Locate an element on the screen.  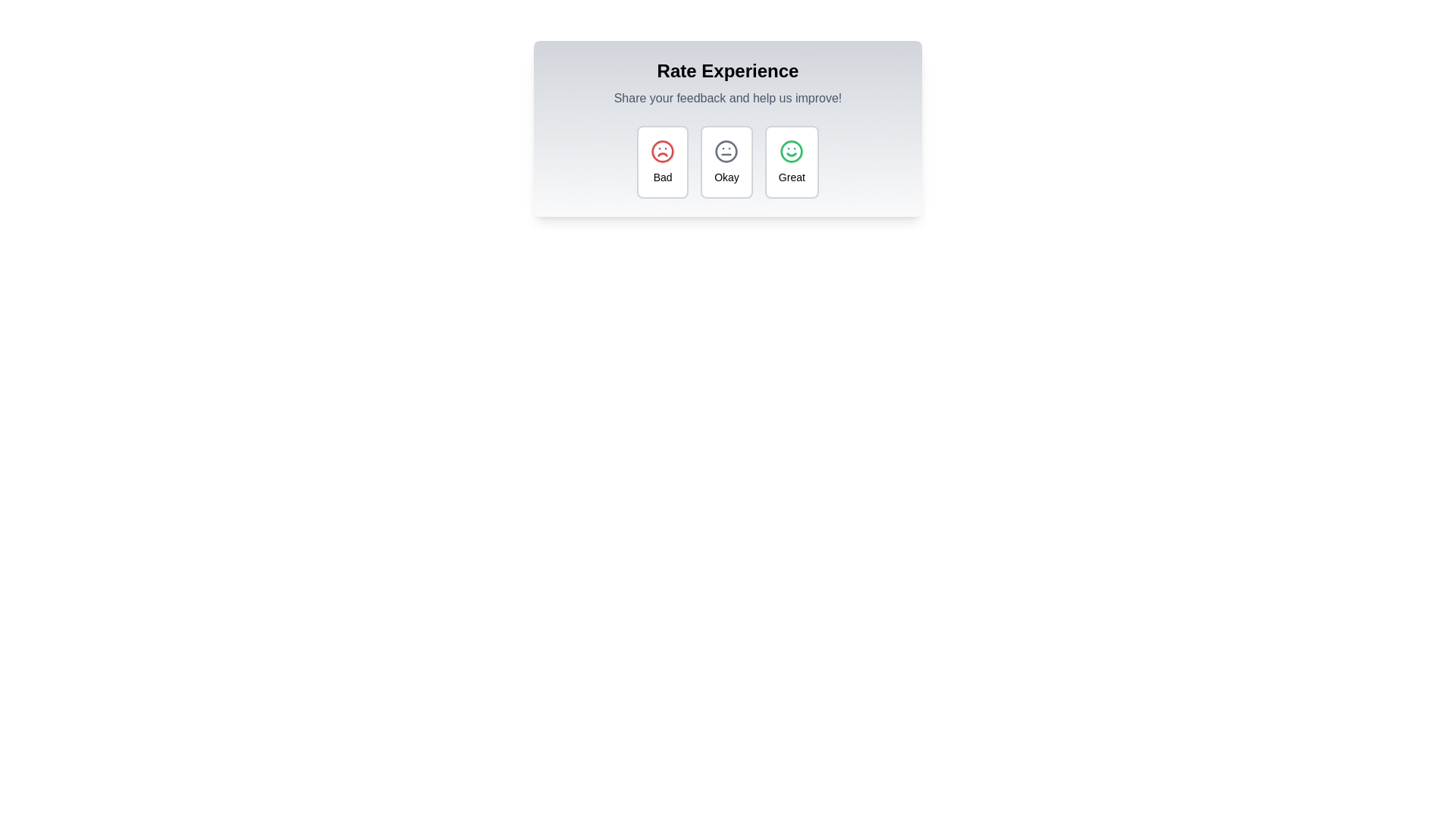
the circular red frowning face icon located within the 'Bad' feedback option, which is the leftmost option among the three feedback choices ('Bad', 'Okay', 'Great') displayed below the heading 'Rate Experience' is located at coordinates (663, 152).